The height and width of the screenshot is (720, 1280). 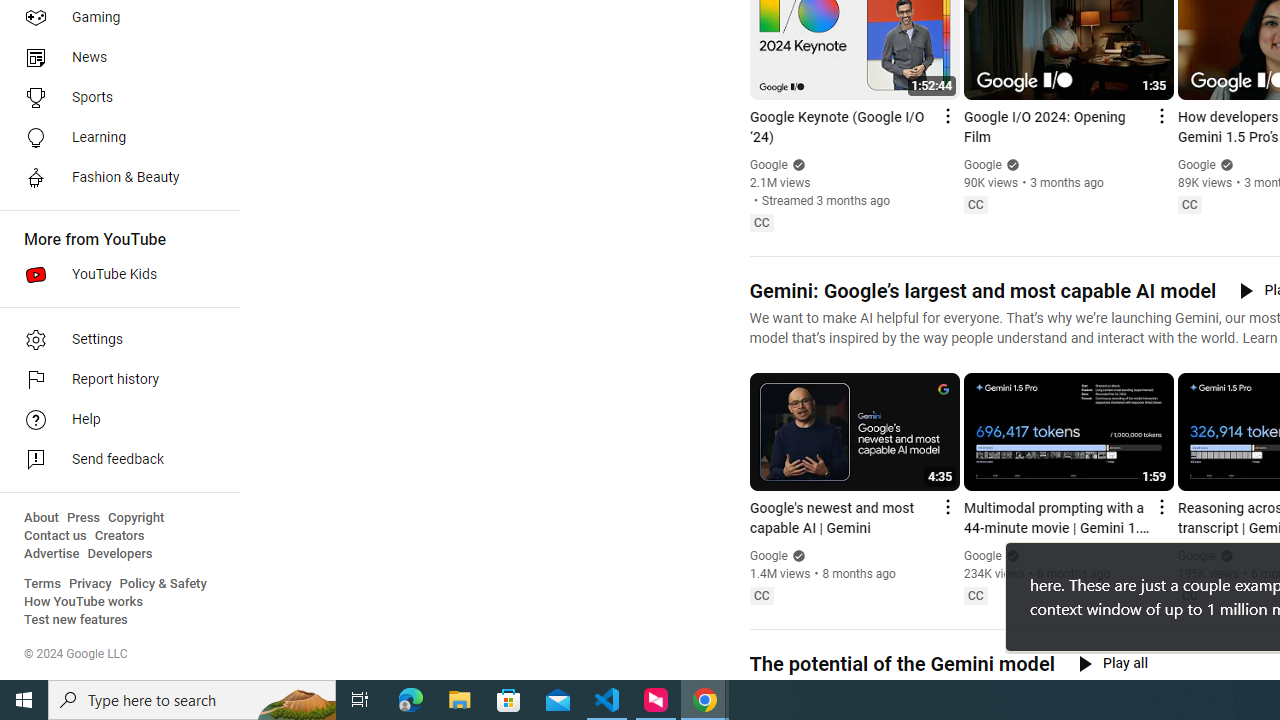 What do you see at coordinates (112, 275) in the screenshot?
I see `'YouTube Kids'` at bounding box center [112, 275].